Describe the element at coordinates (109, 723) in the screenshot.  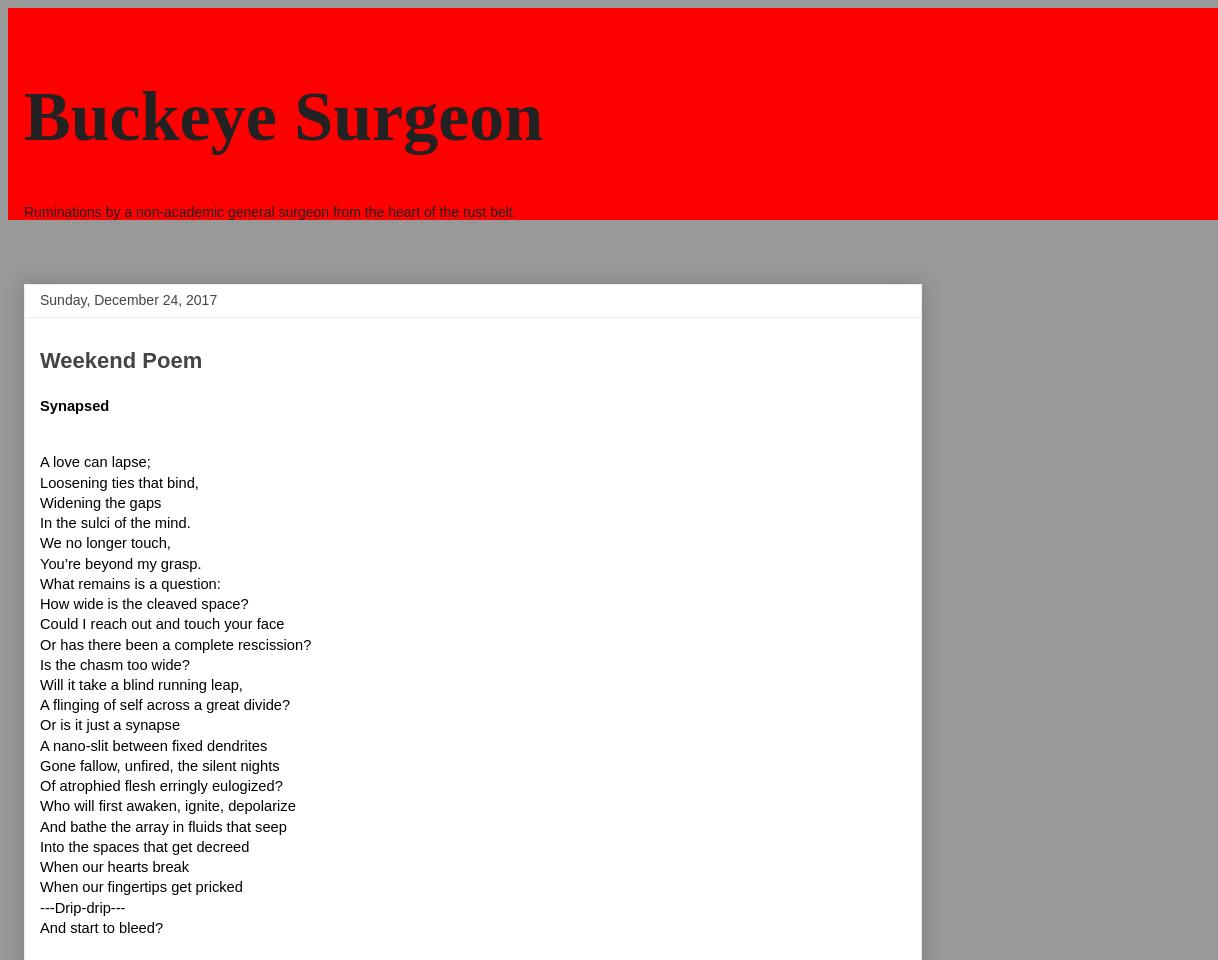
I see `'Or is it just a synapse'` at that location.